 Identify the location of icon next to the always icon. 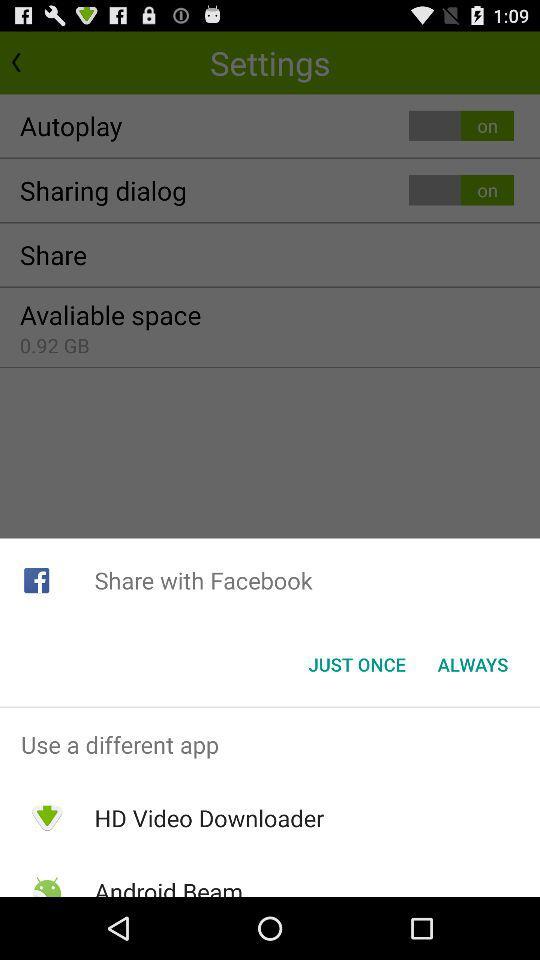
(356, 664).